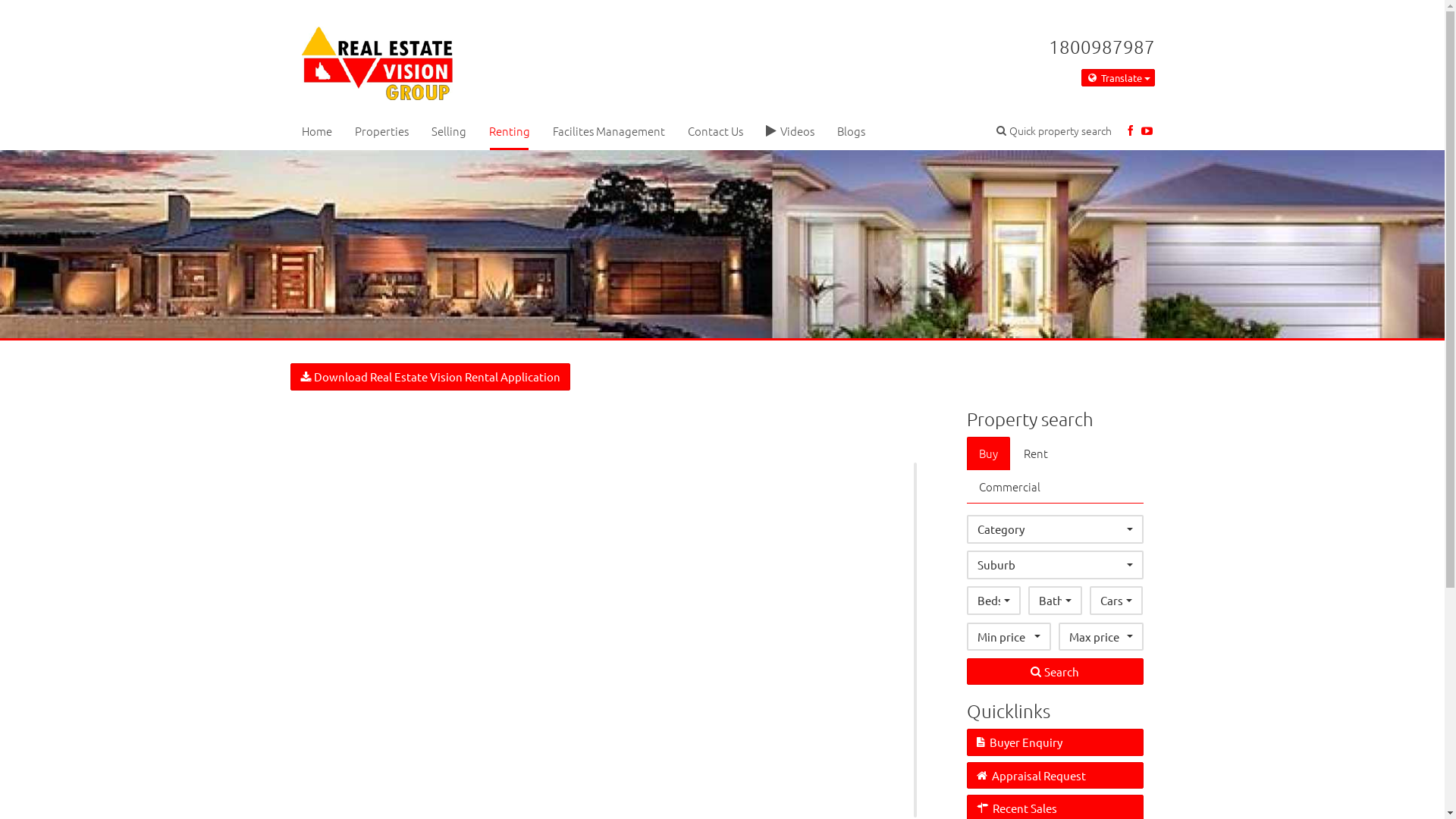 The height and width of the screenshot is (819, 1456). I want to click on 'Beds, so click(993, 599).